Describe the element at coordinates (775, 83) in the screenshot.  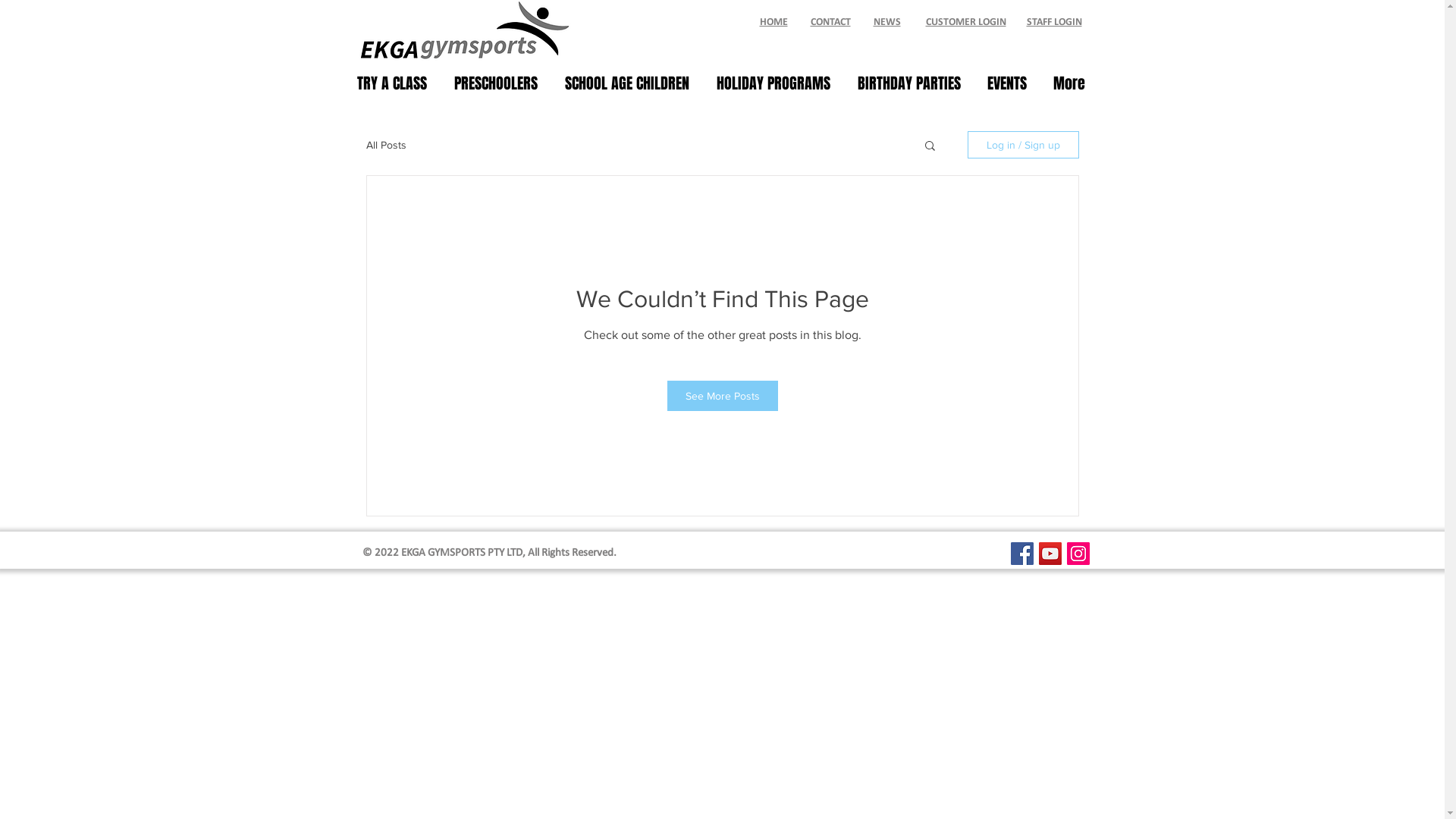
I see `'HOLIDAY PROGRAMS'` at that location.